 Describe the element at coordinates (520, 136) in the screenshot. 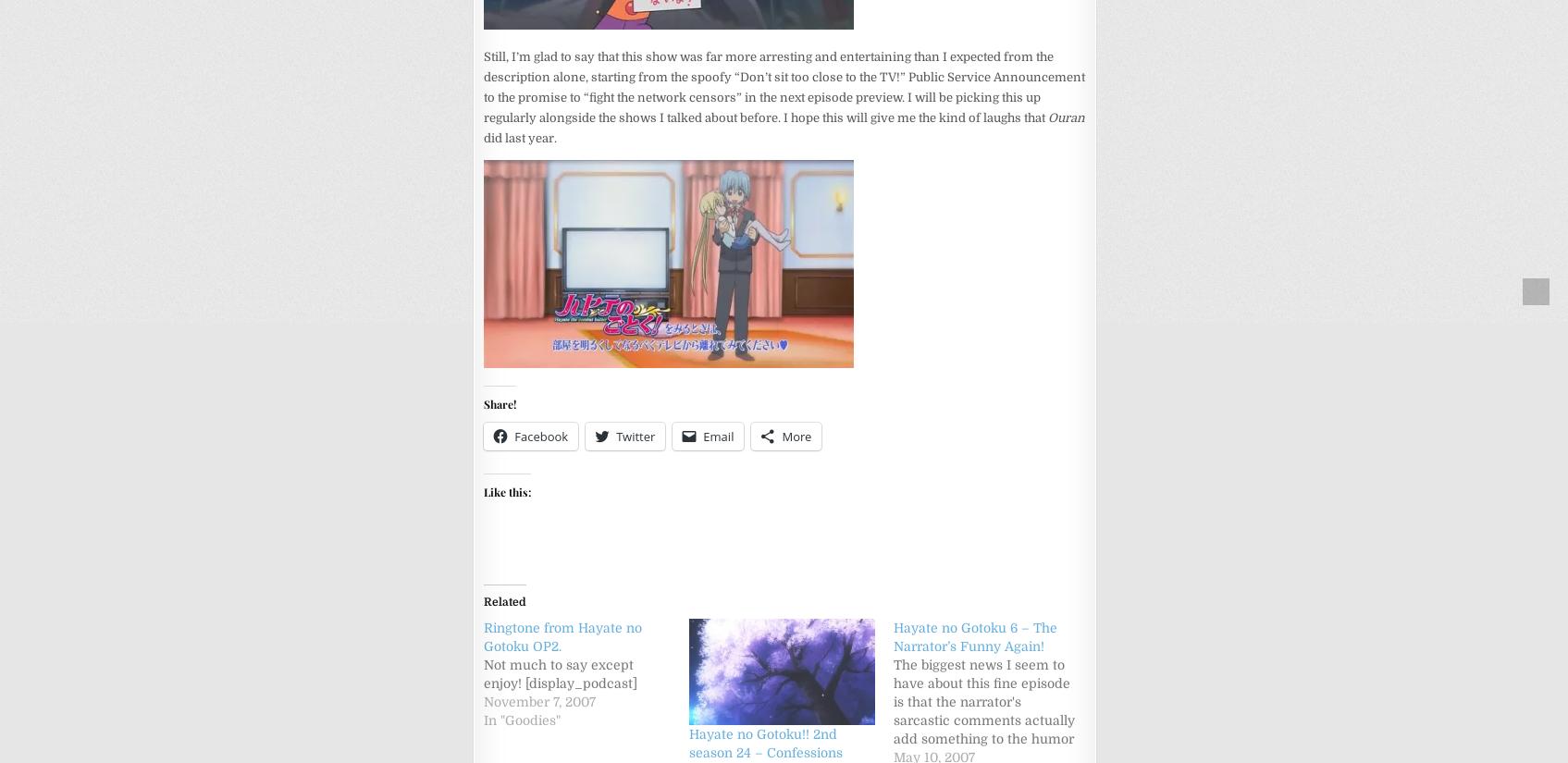

I see `'did last year.'` at that location.